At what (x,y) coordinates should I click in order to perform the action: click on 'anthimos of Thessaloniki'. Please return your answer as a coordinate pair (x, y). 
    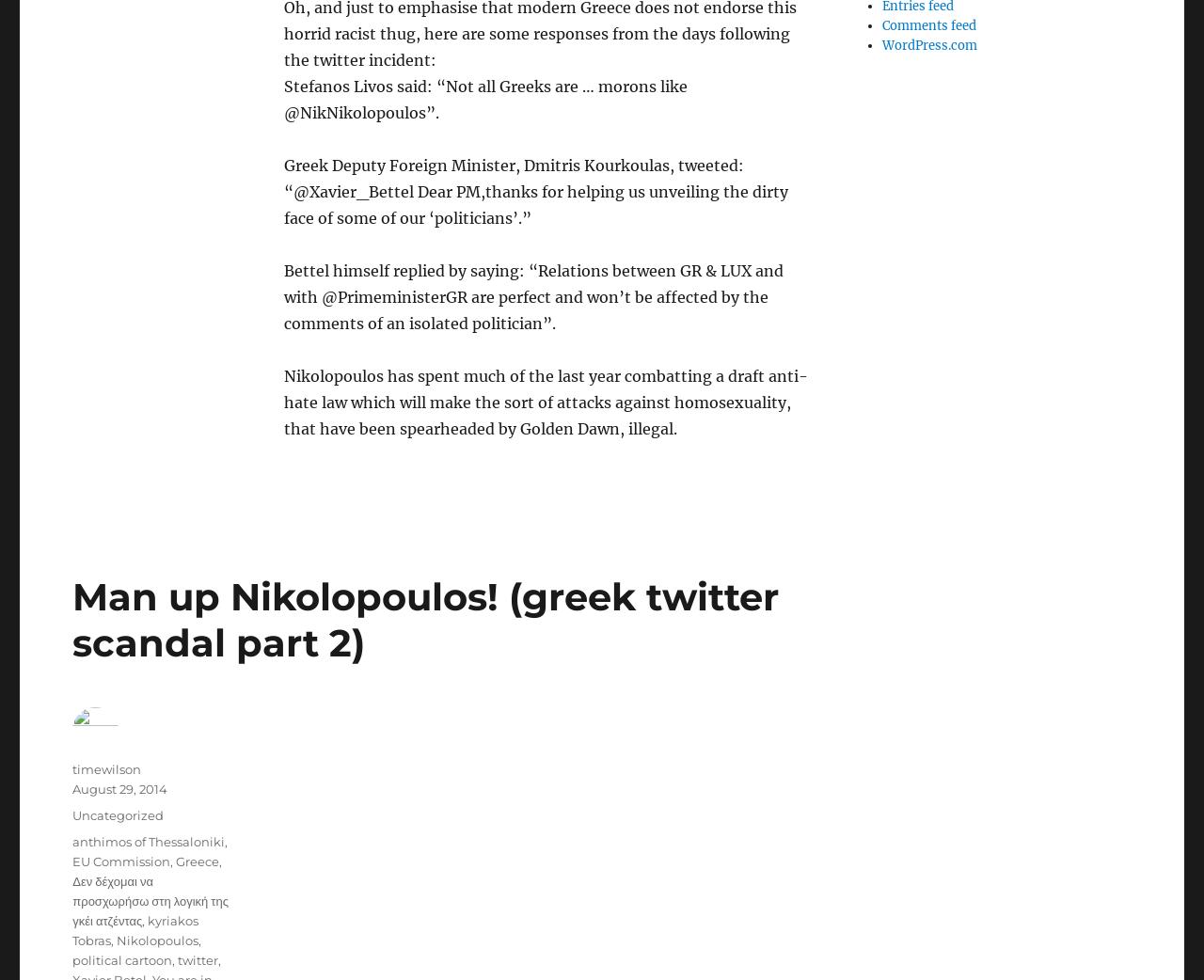
    Looking at the image, I should click on (147, 840).